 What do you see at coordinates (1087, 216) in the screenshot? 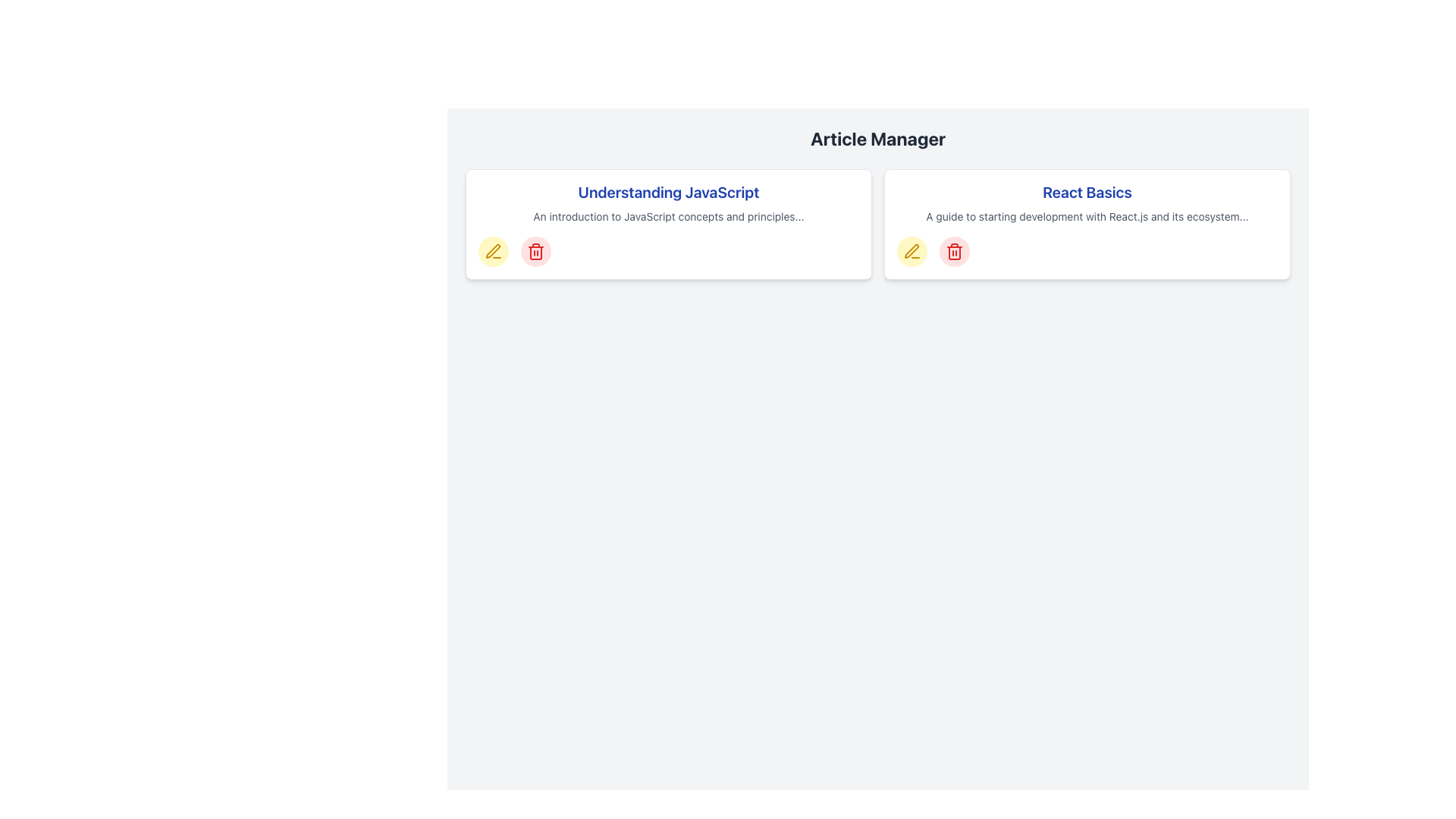
I see `the text label providing a brief description about 'React Basics', which is located within the card component titled 'React Basics'` at bounding box center [1087, 216].